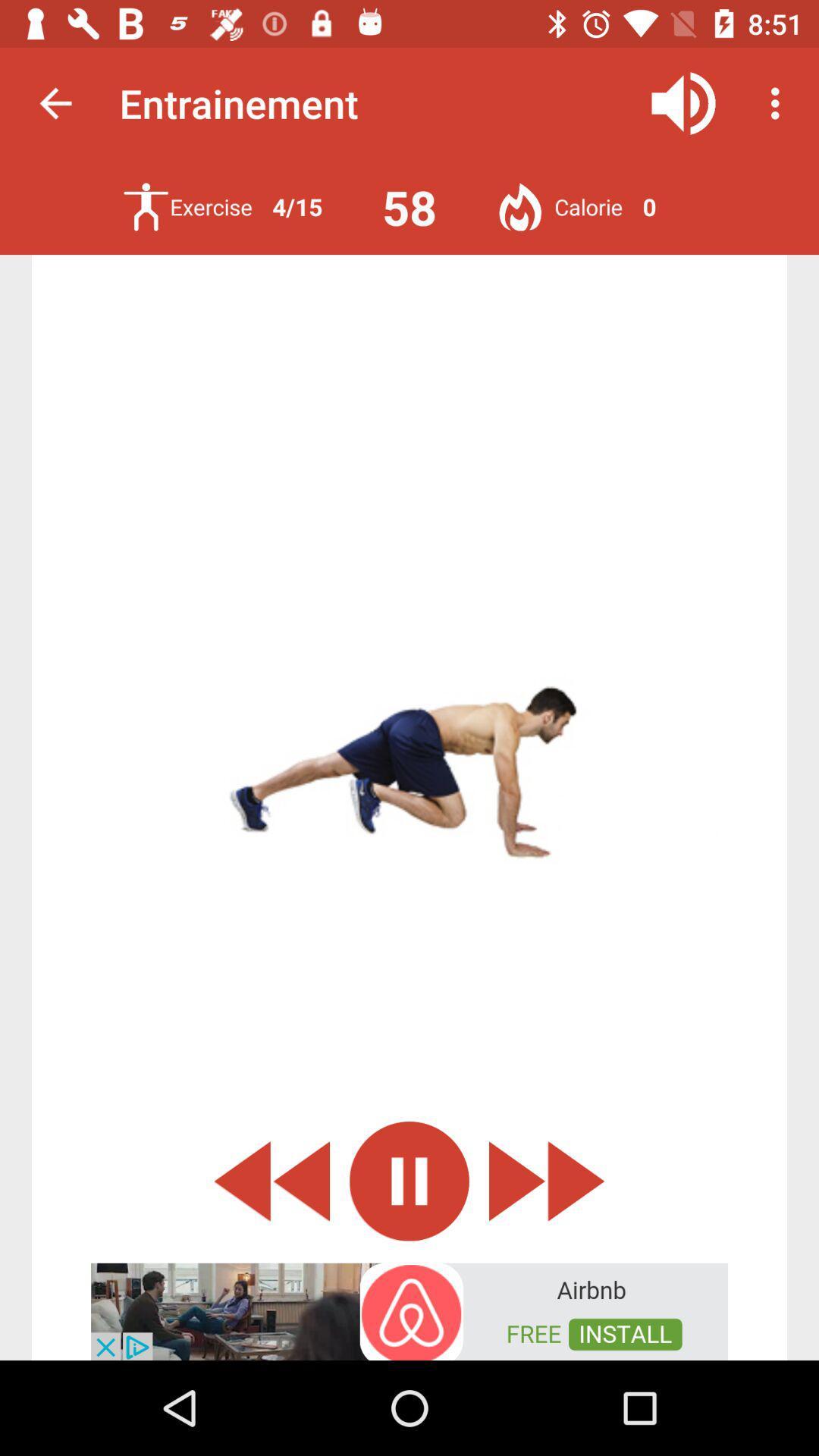  I want to click on back button, so click(271, 1180).